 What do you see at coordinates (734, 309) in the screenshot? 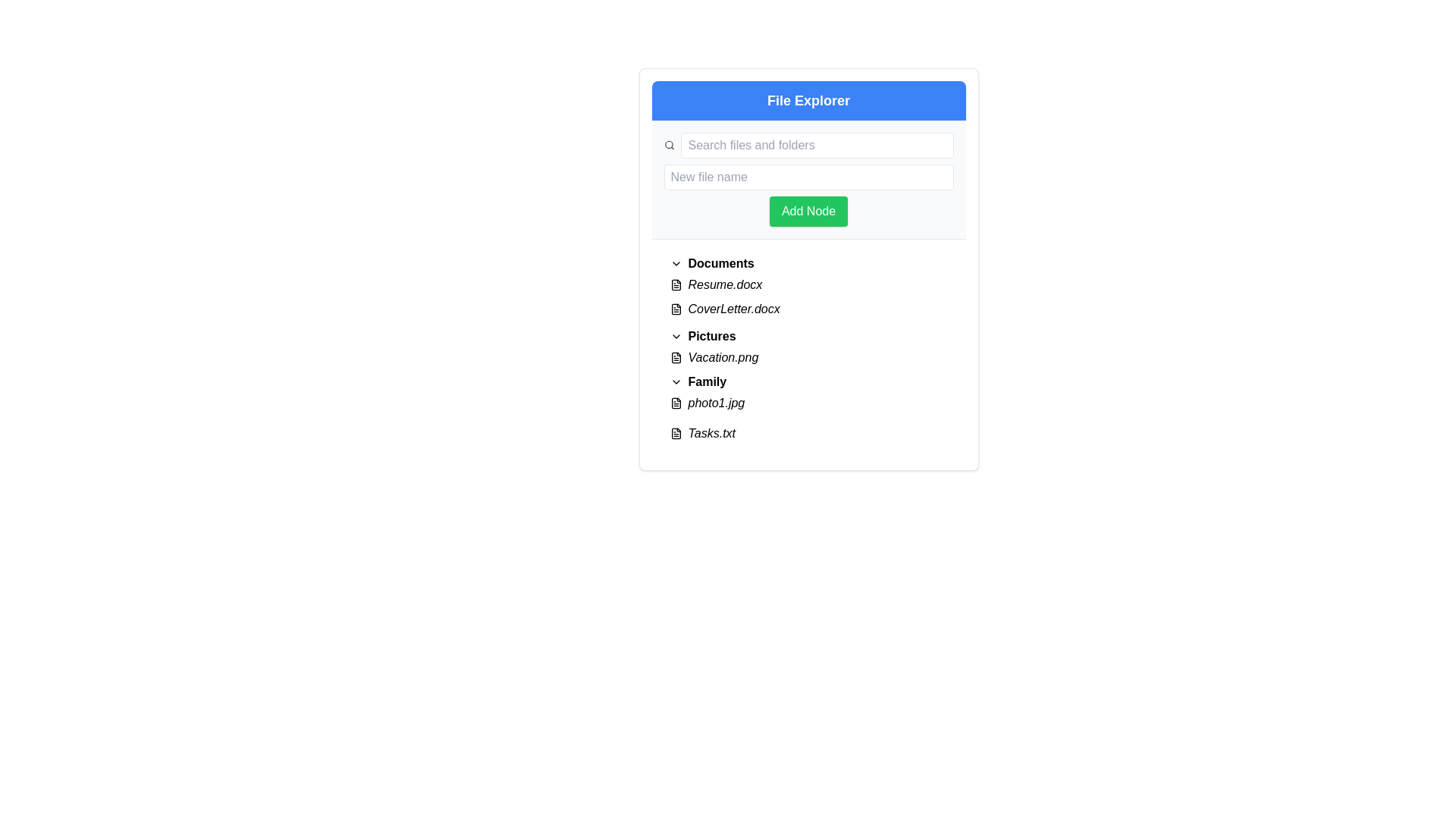
I see `the label representing the document named 'CoverLetter.docx' within the file explorer` at bounding box center [734, 309].